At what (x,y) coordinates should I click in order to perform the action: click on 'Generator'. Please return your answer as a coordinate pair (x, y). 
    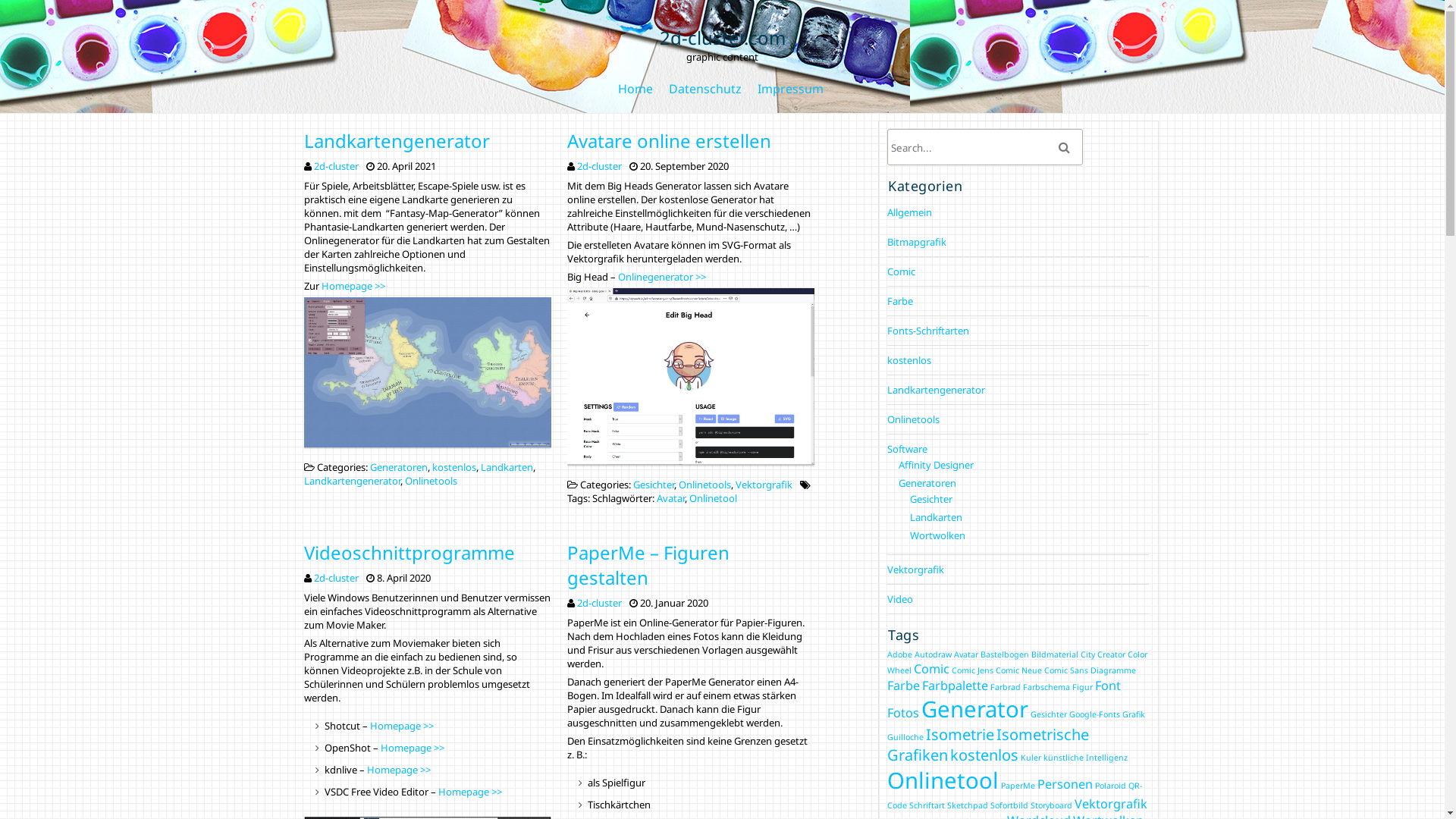
    Looking at the image, I should click on (974, 708).